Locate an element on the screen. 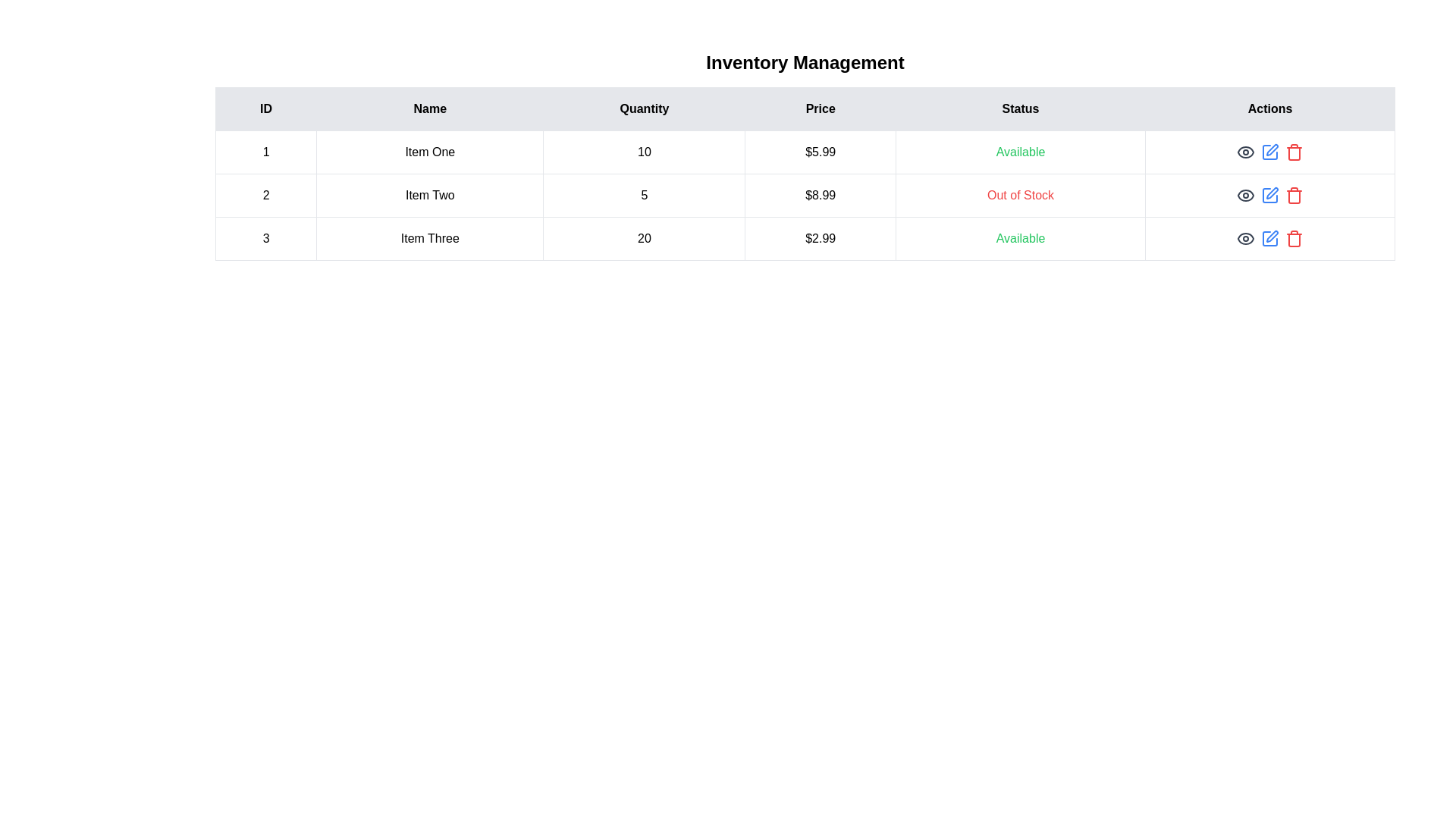  the column header labeled Status to sort the table by that column is located at coordinates (1020, 108).